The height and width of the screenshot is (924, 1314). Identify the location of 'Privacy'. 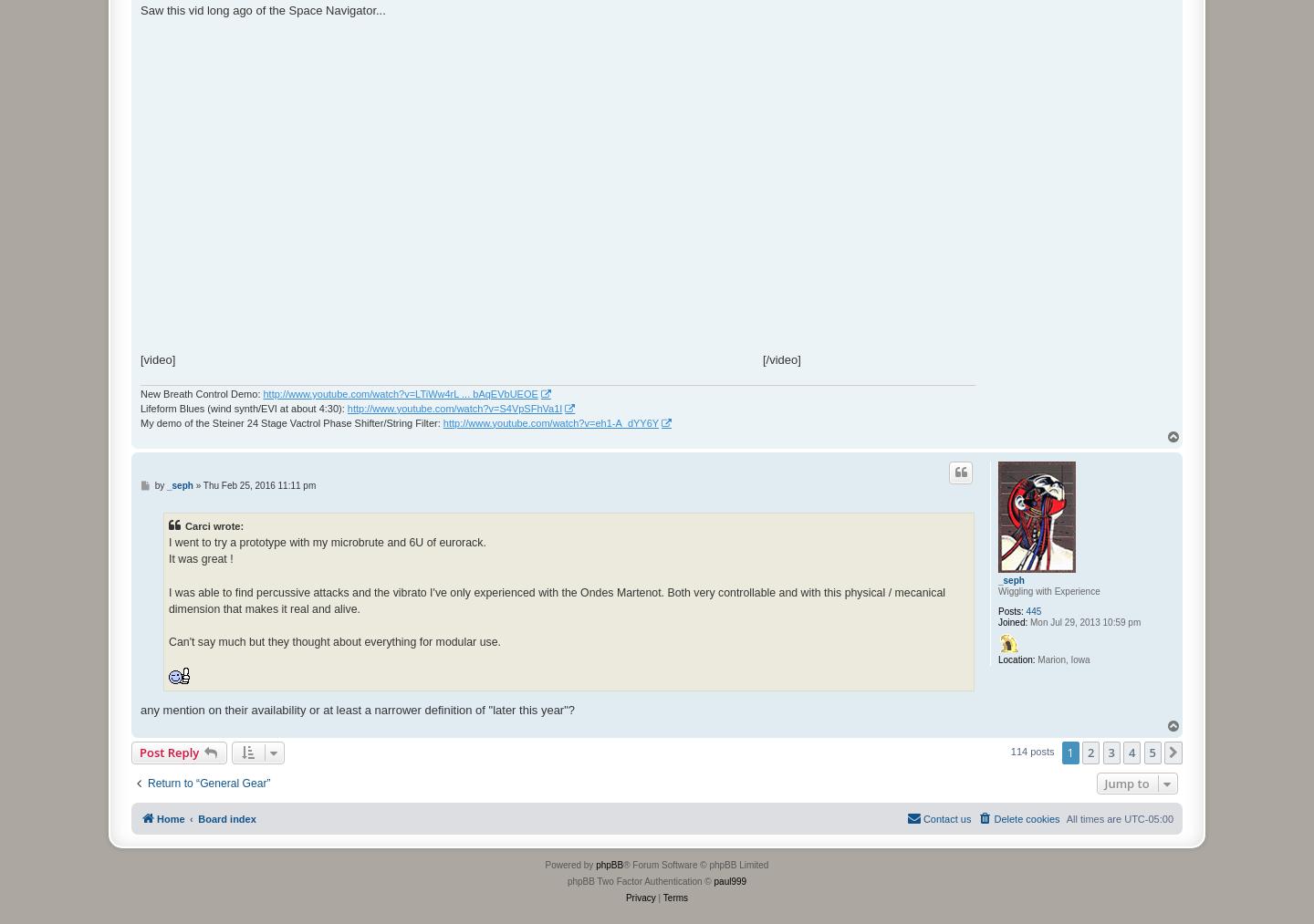
(640, 897).